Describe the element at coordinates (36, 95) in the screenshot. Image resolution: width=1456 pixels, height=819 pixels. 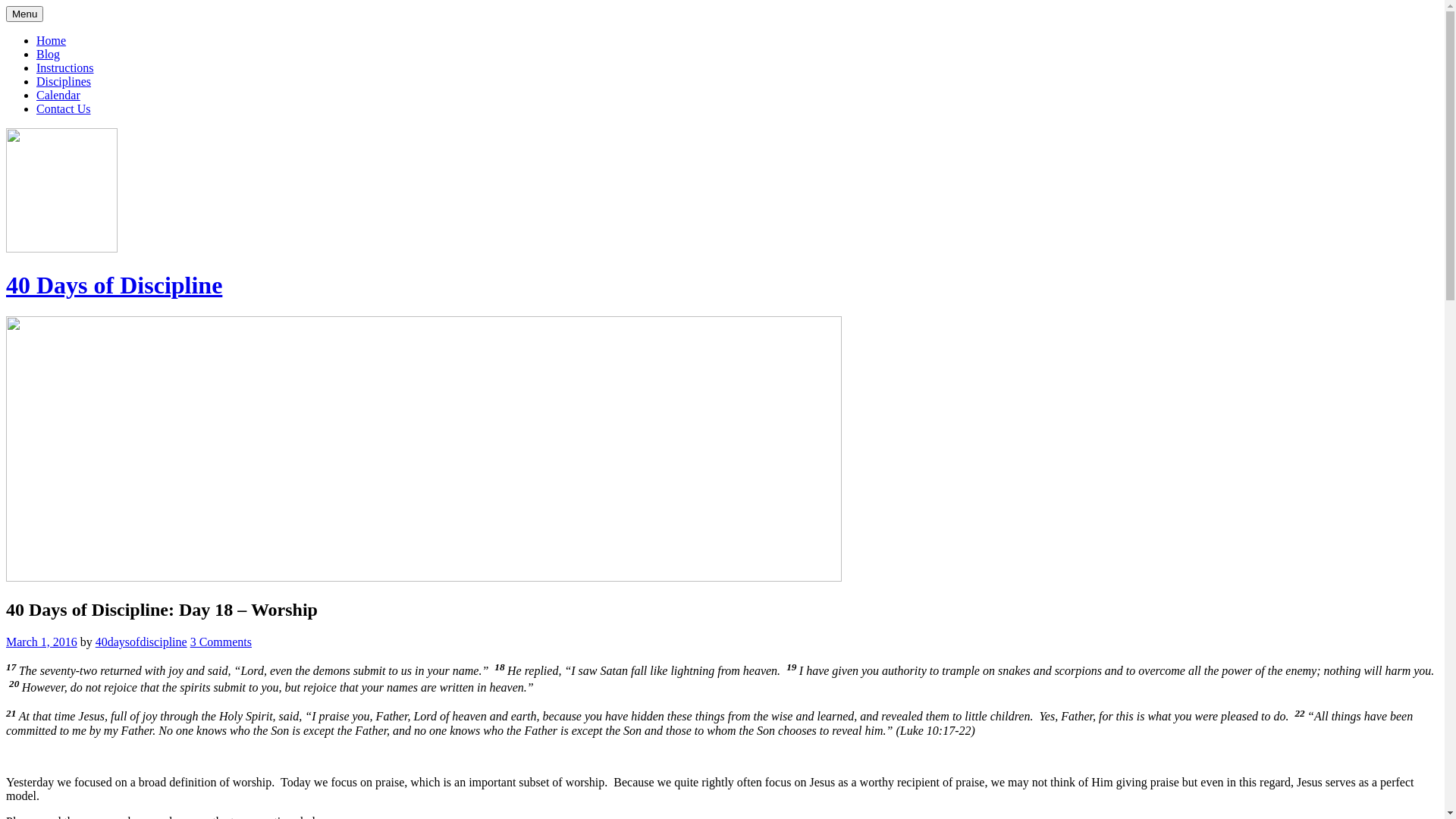
I see `'Calendar'` at that location.